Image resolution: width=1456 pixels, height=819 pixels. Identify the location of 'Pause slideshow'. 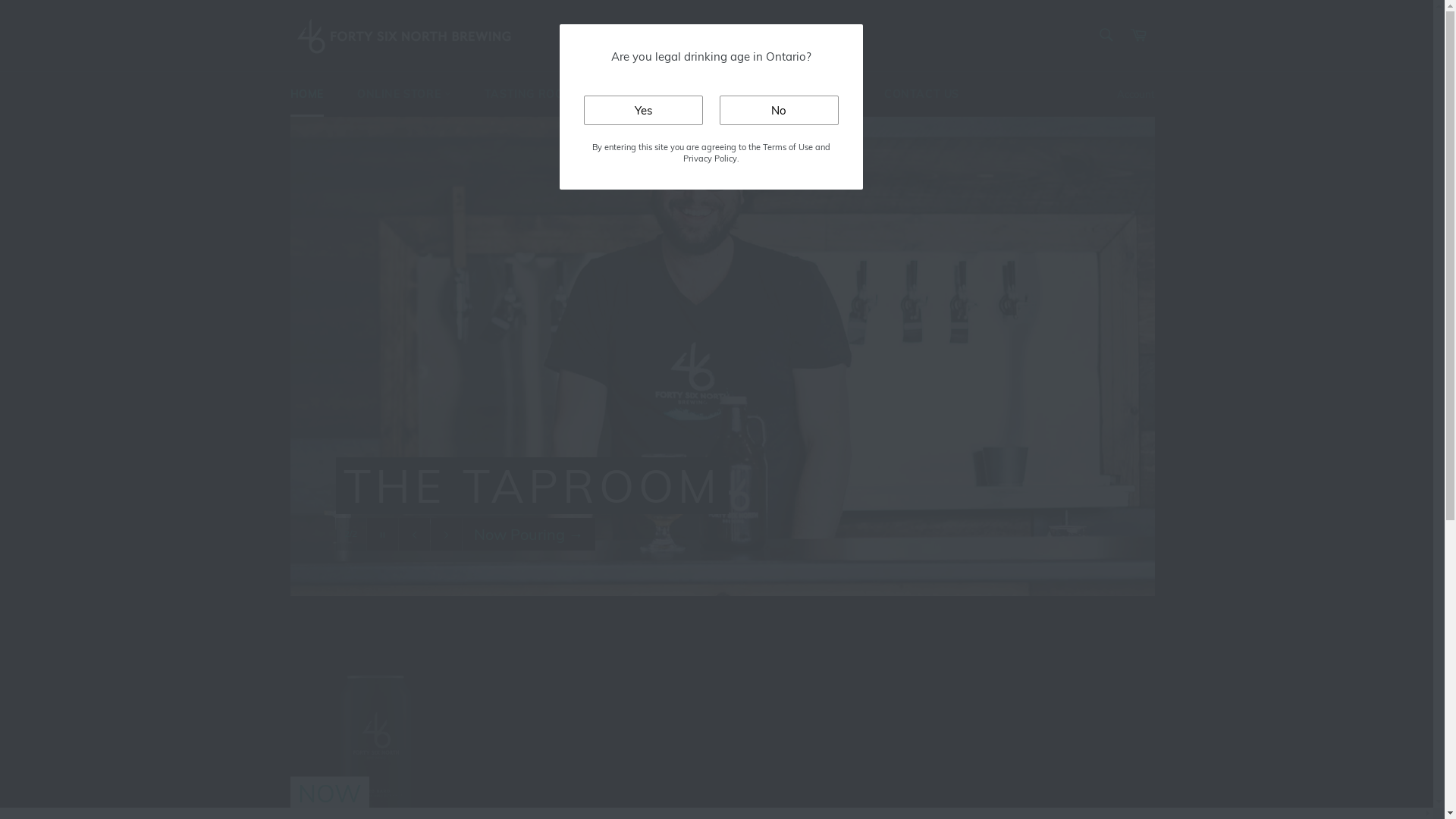
(382, 534).